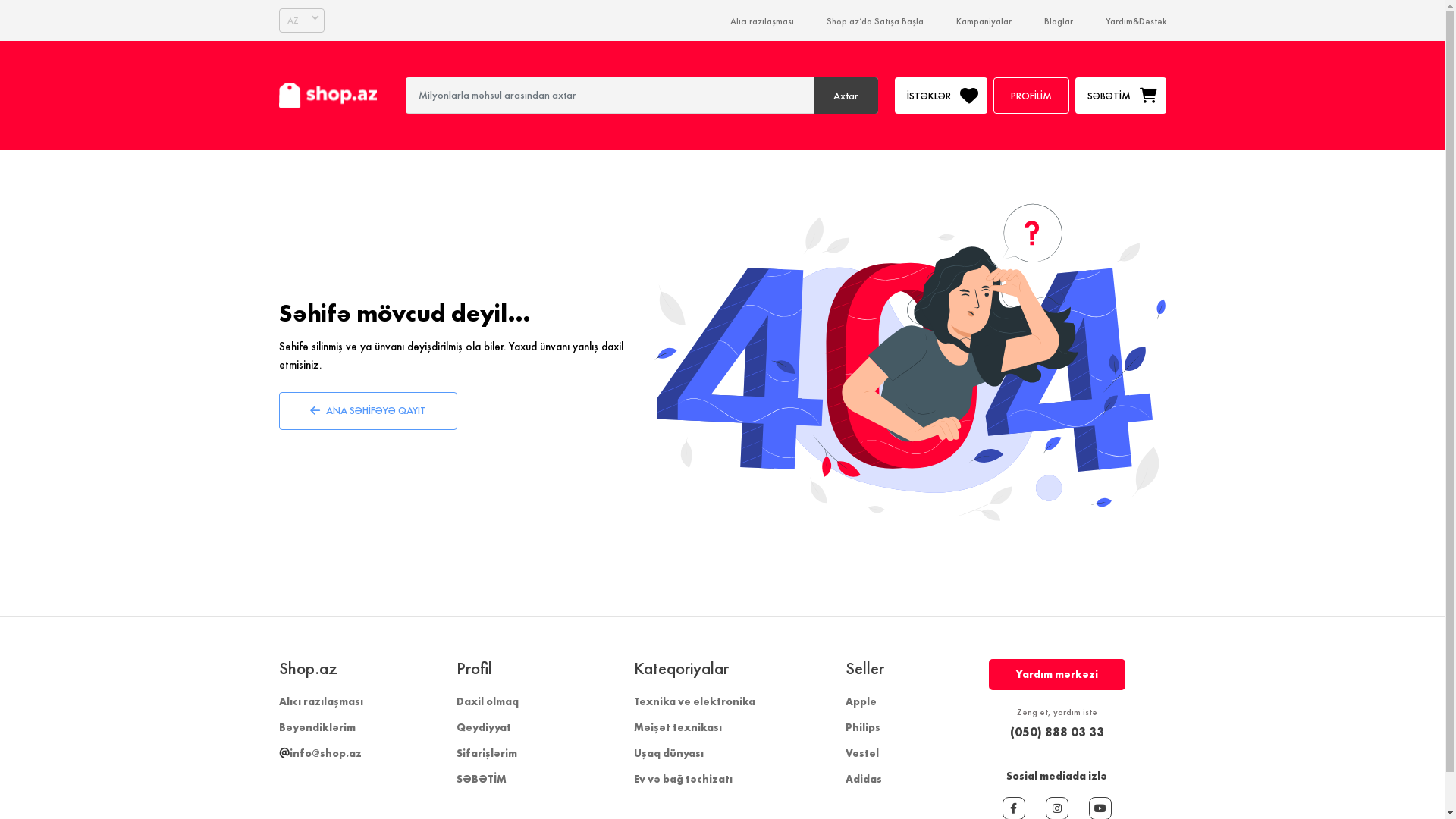 The image size is (1456, 819). I want to click on 'Philips', so click(862, 726).